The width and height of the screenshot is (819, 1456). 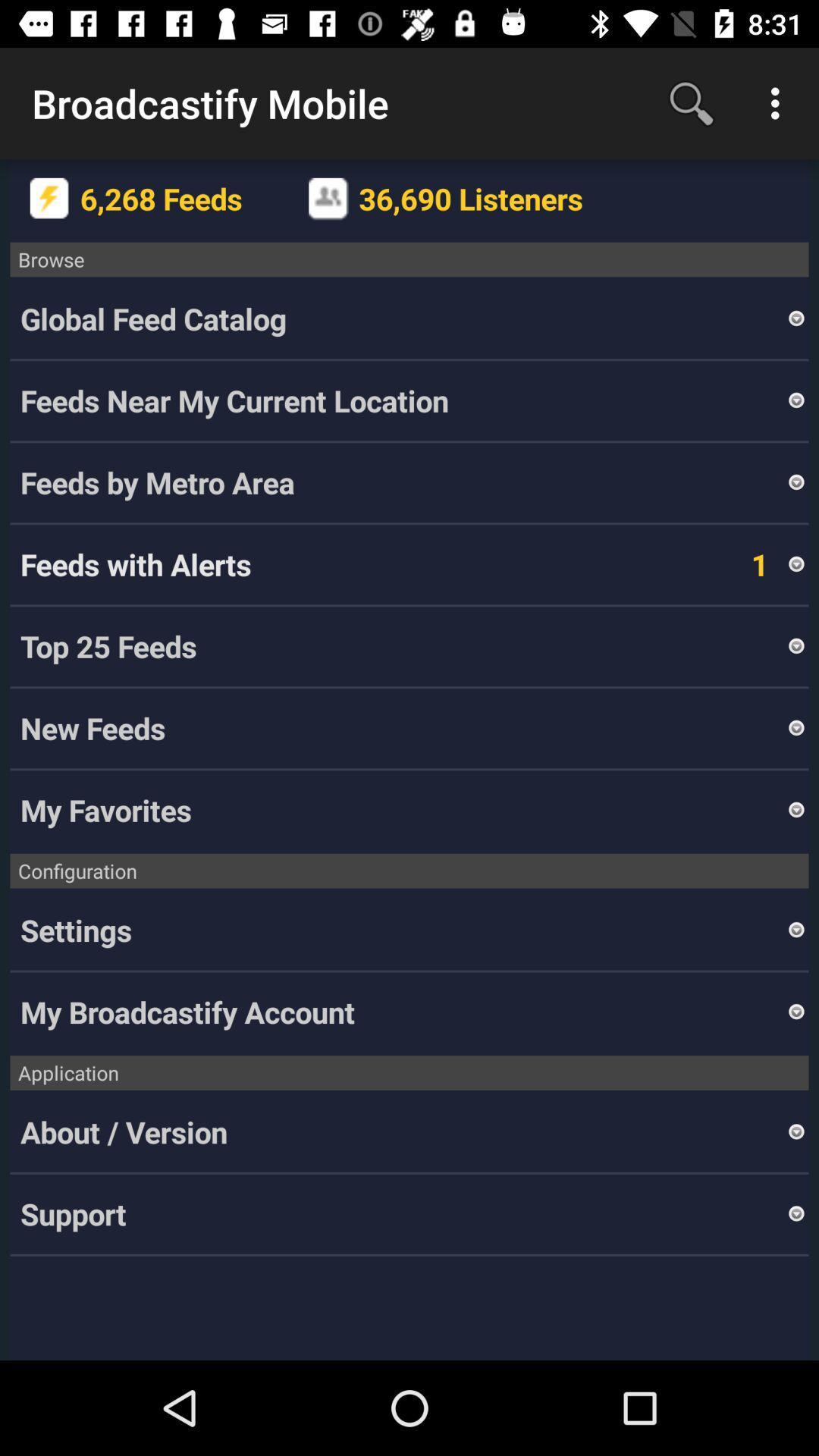 I want to click on the icon next to the feeds near my item, so click(x=795, y=400).